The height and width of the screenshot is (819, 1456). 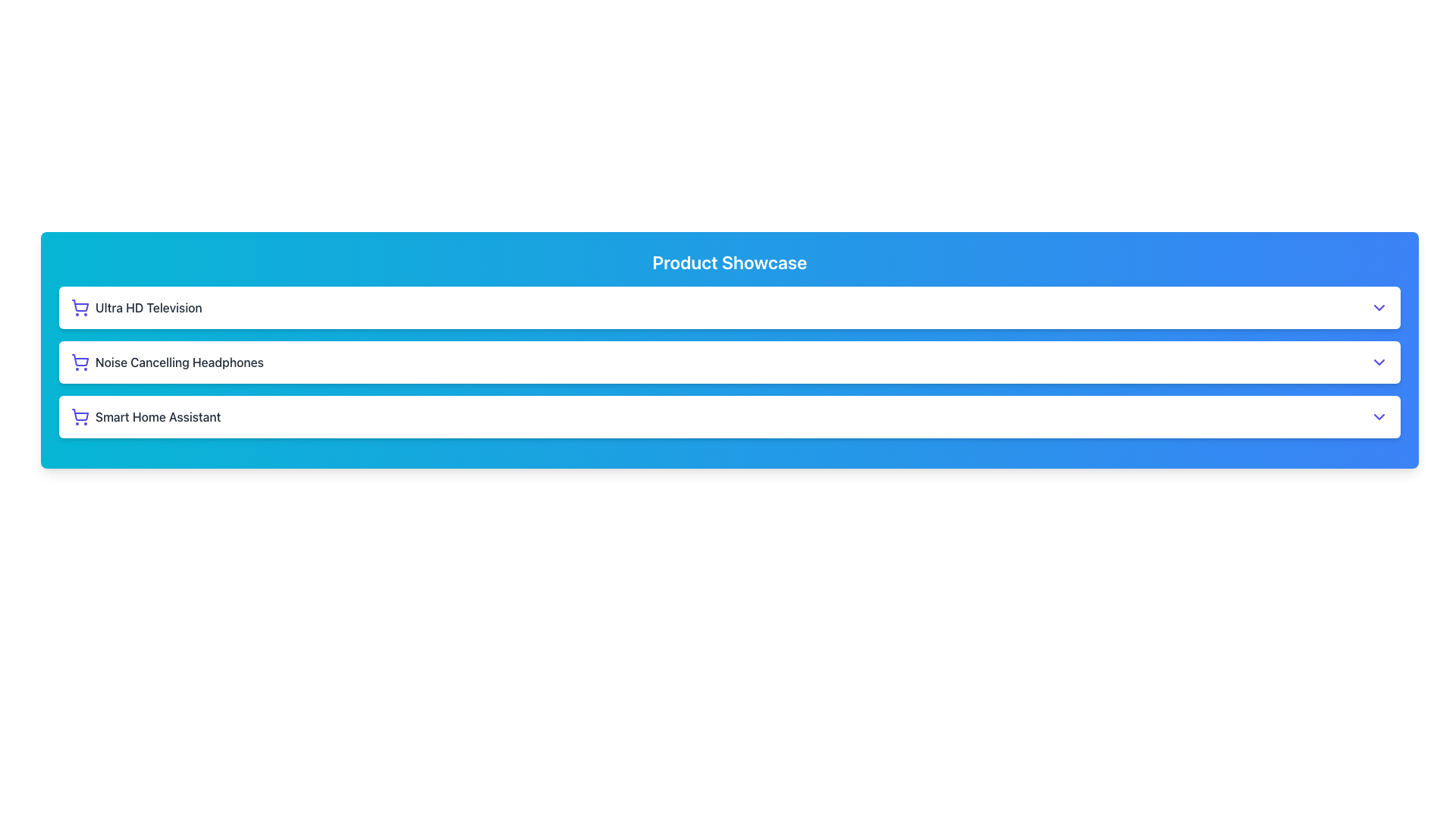 What do you see at coordinates (79, 360) in the screenshot?
I see `the light blue shopping cart icon located next to the 'Noise Cancelling Headphones' label` at bounding box center [79, 360].